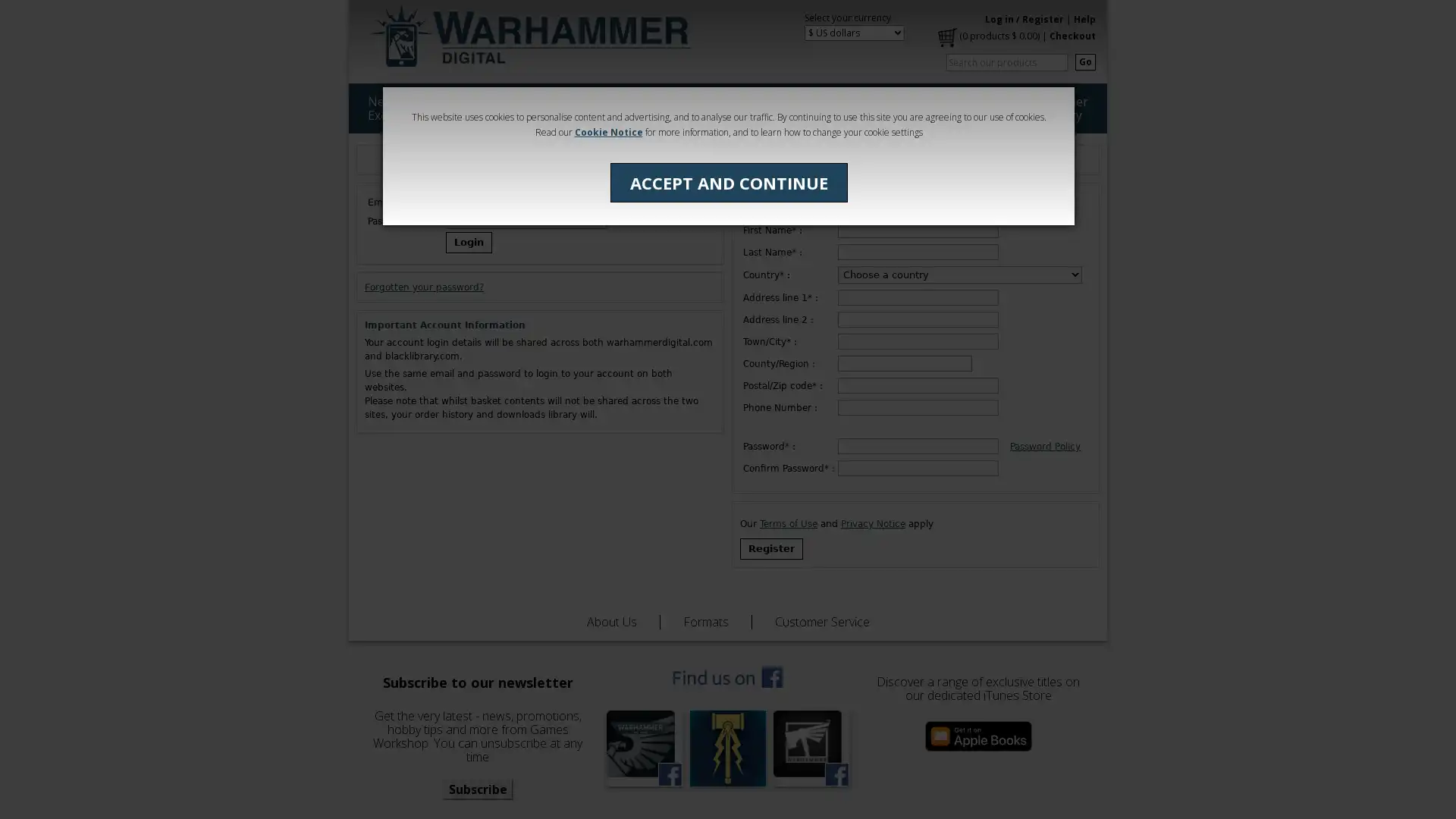  What do you see at coordinates (1084, 61) in the screenshot?
I see `Go` at bounding box center [1084, 61].